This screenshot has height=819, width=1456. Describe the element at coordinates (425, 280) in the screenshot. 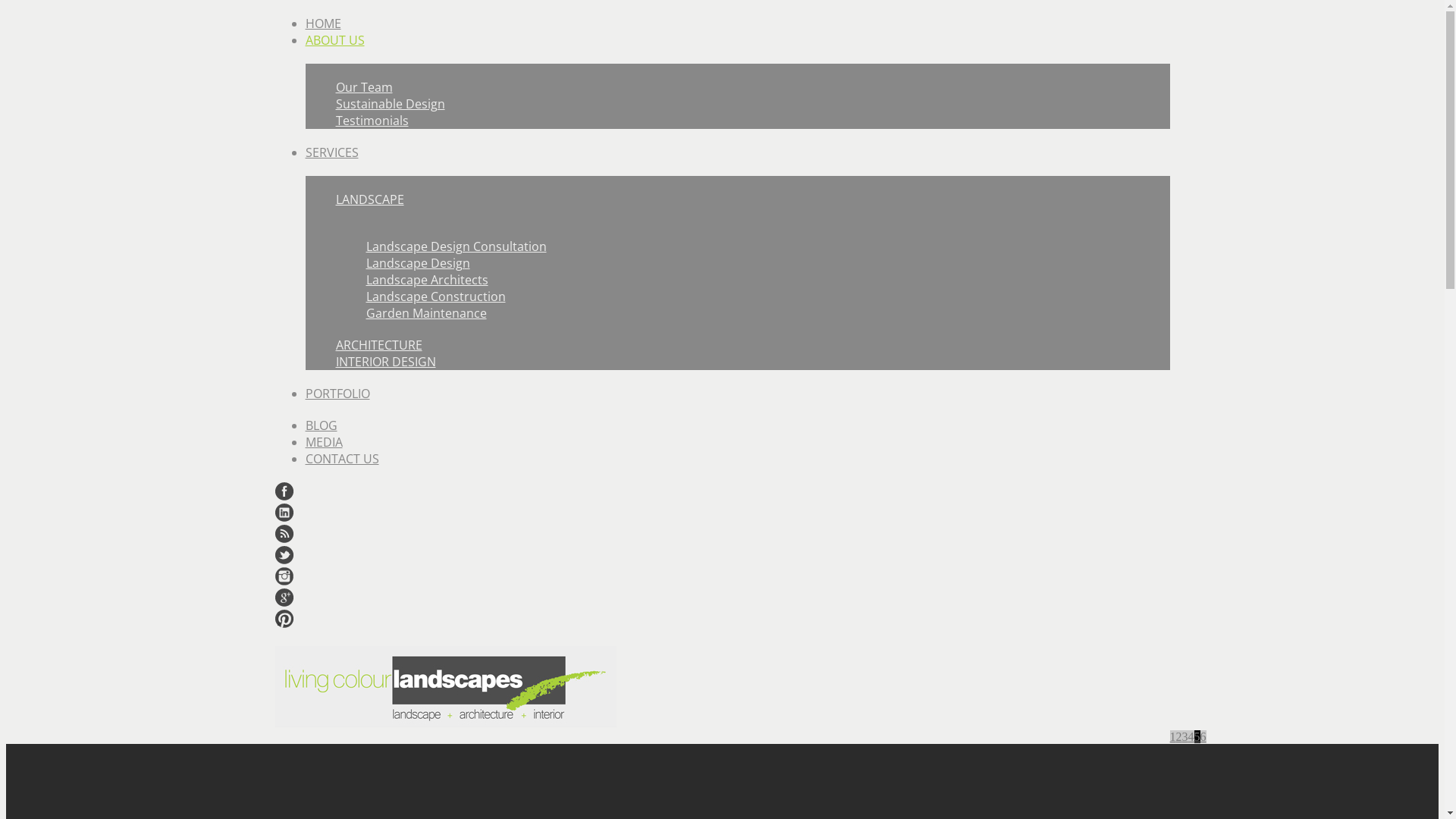

I see `'Landscape Architects'` at that location.